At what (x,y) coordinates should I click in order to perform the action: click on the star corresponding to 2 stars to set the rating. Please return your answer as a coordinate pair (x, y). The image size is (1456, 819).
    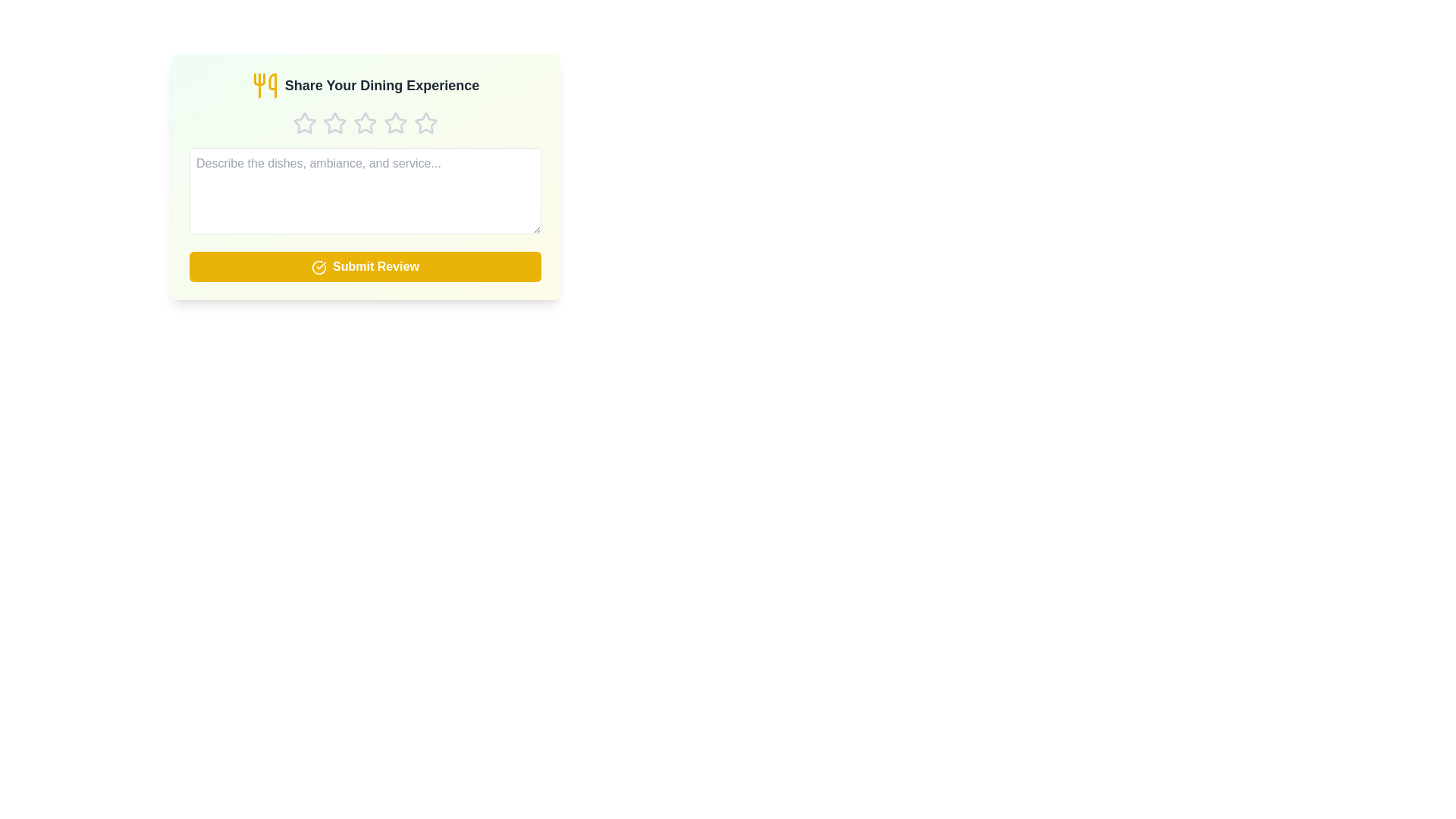
    Looking at the image, I should click on (334, 122).